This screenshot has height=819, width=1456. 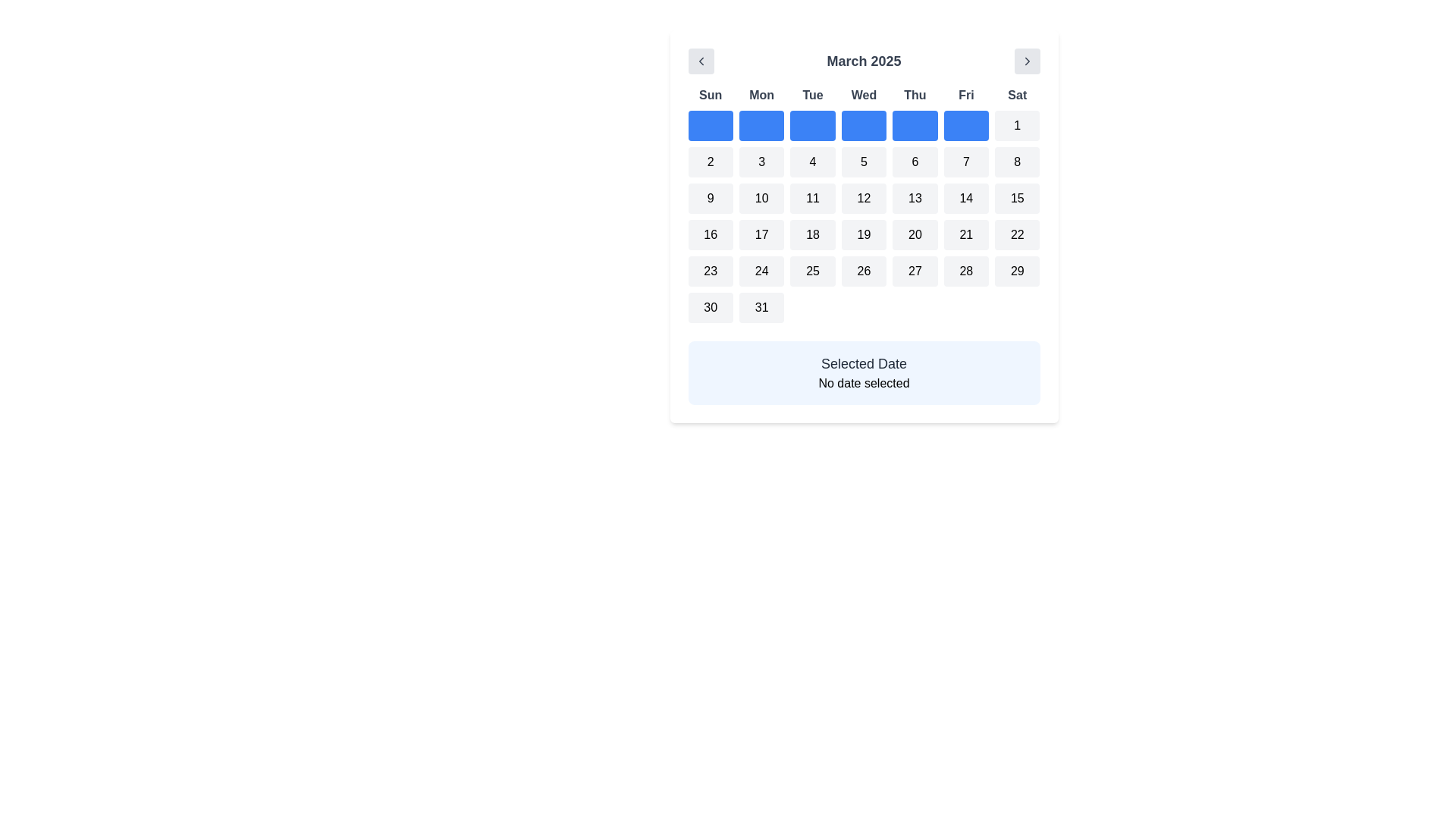 I want to click on the chevron icon located at the top left of the interface above the calendar display, so click(x=700, y=61).